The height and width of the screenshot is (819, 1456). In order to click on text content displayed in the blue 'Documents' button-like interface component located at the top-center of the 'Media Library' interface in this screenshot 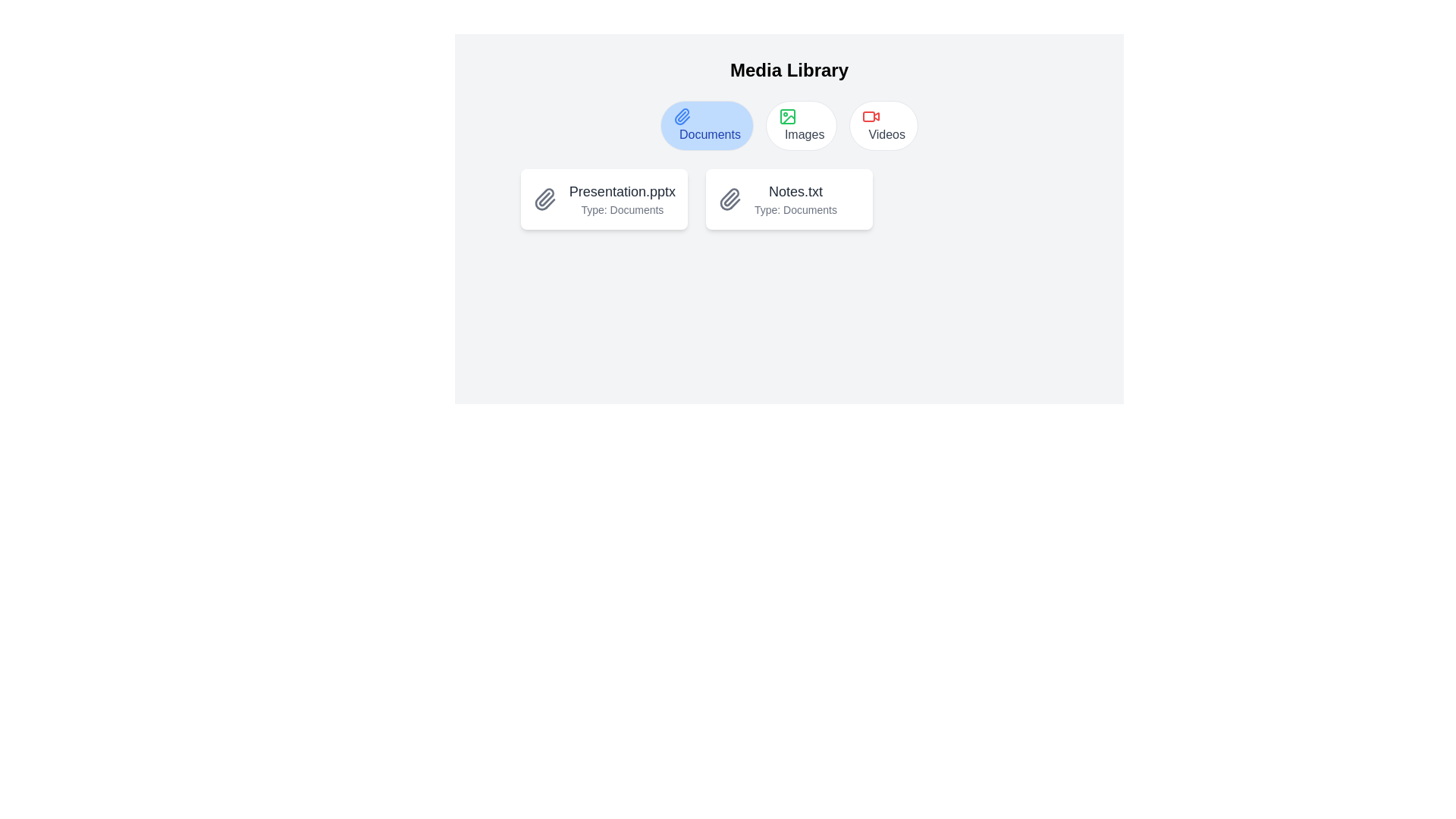, I will do `click(709, 133)`.